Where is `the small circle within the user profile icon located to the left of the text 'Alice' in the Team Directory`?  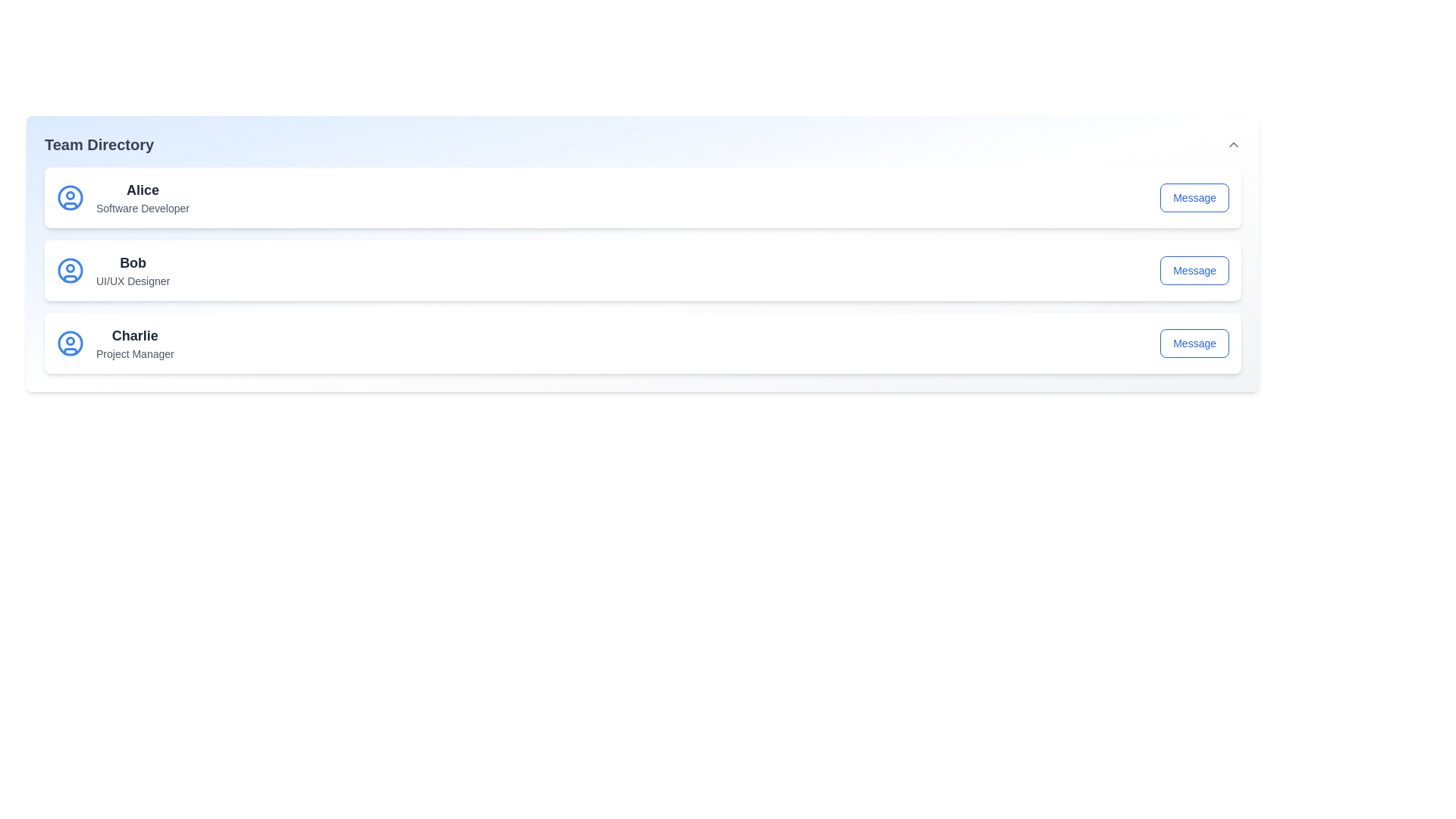 the small circle within the user profile icon located to the left of the text 'Alice' in the Team Directory is located at coordinates (69, 195).